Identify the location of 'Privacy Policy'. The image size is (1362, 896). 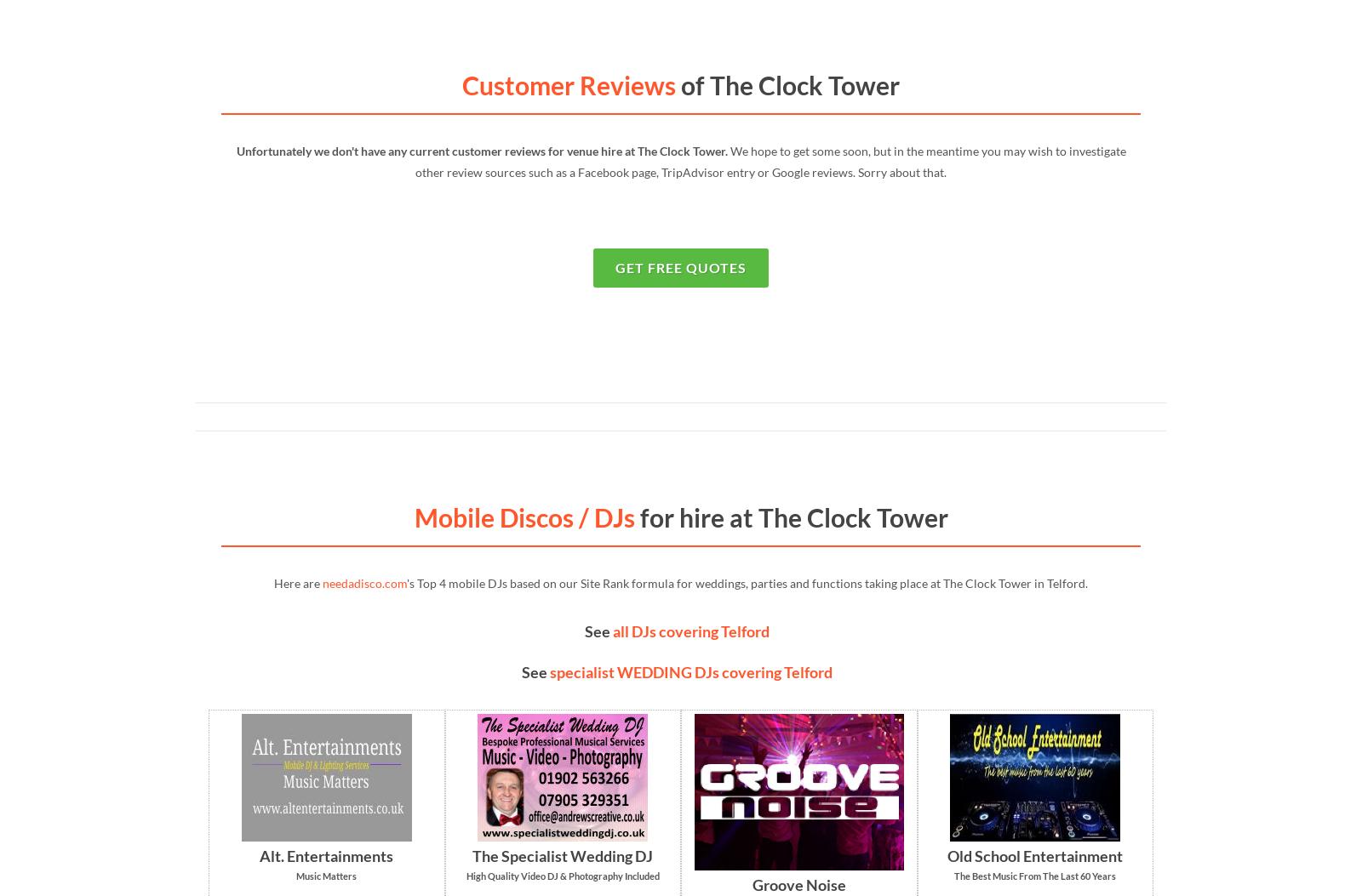
(316, 633).